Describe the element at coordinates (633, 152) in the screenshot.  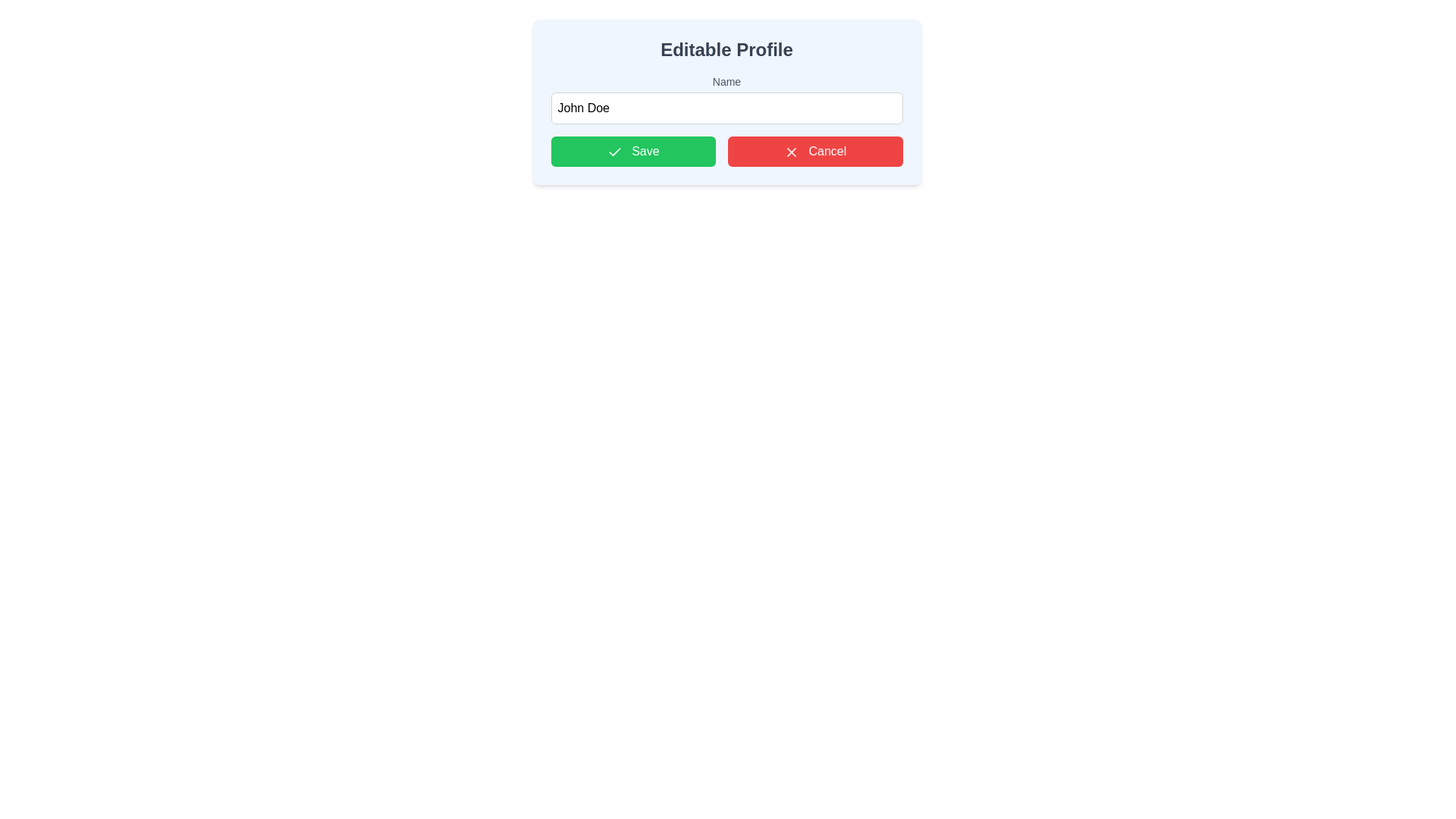
I see `the green rectangular 'Save' button with a white checkmark icon, located as the leftmost button in the group below the 'Name' text input field` at that location.